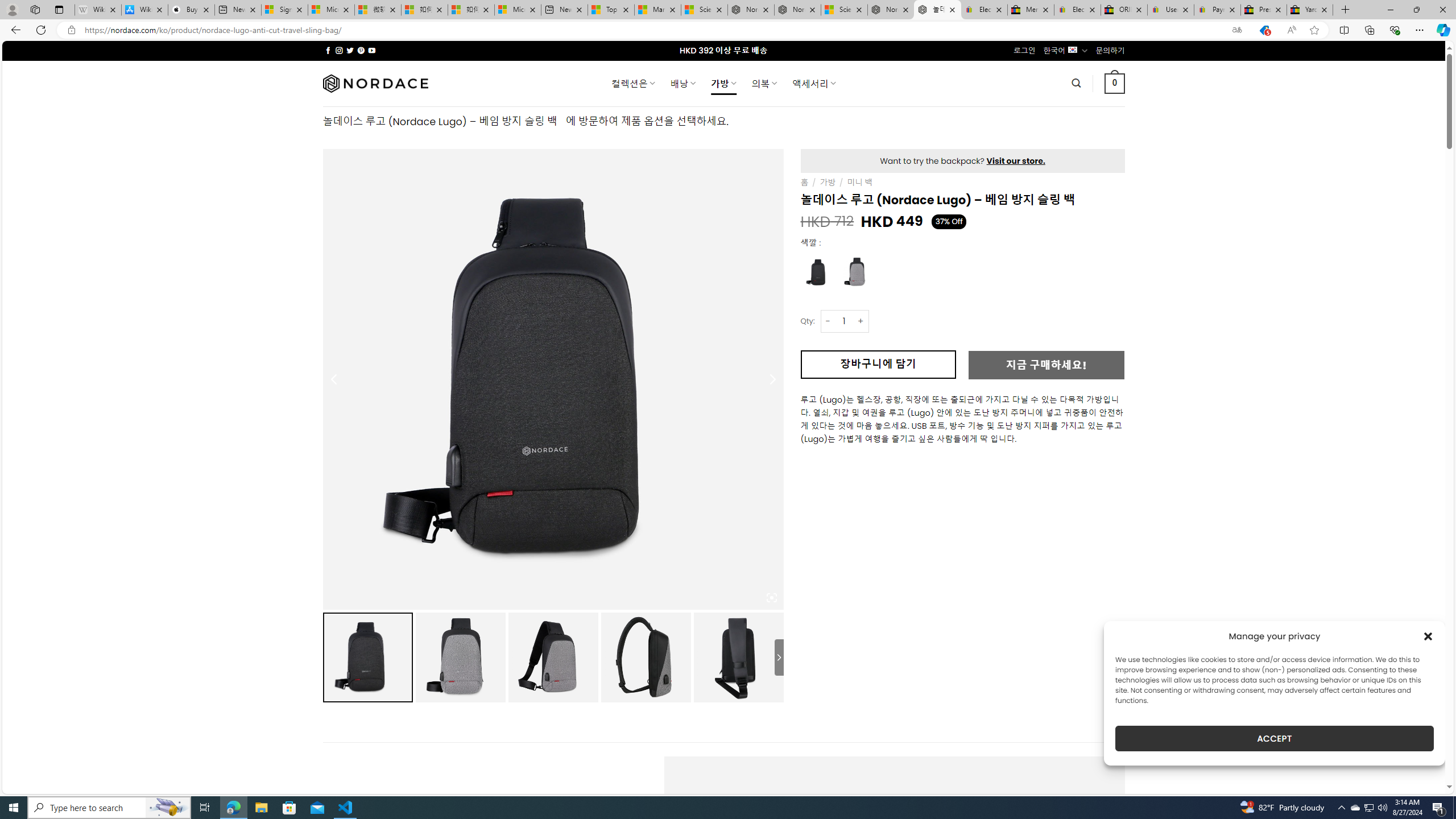  Describe the element at coordinates (359, 50) in the screenshot. I see `'Follow on Pinterest'` at that location.